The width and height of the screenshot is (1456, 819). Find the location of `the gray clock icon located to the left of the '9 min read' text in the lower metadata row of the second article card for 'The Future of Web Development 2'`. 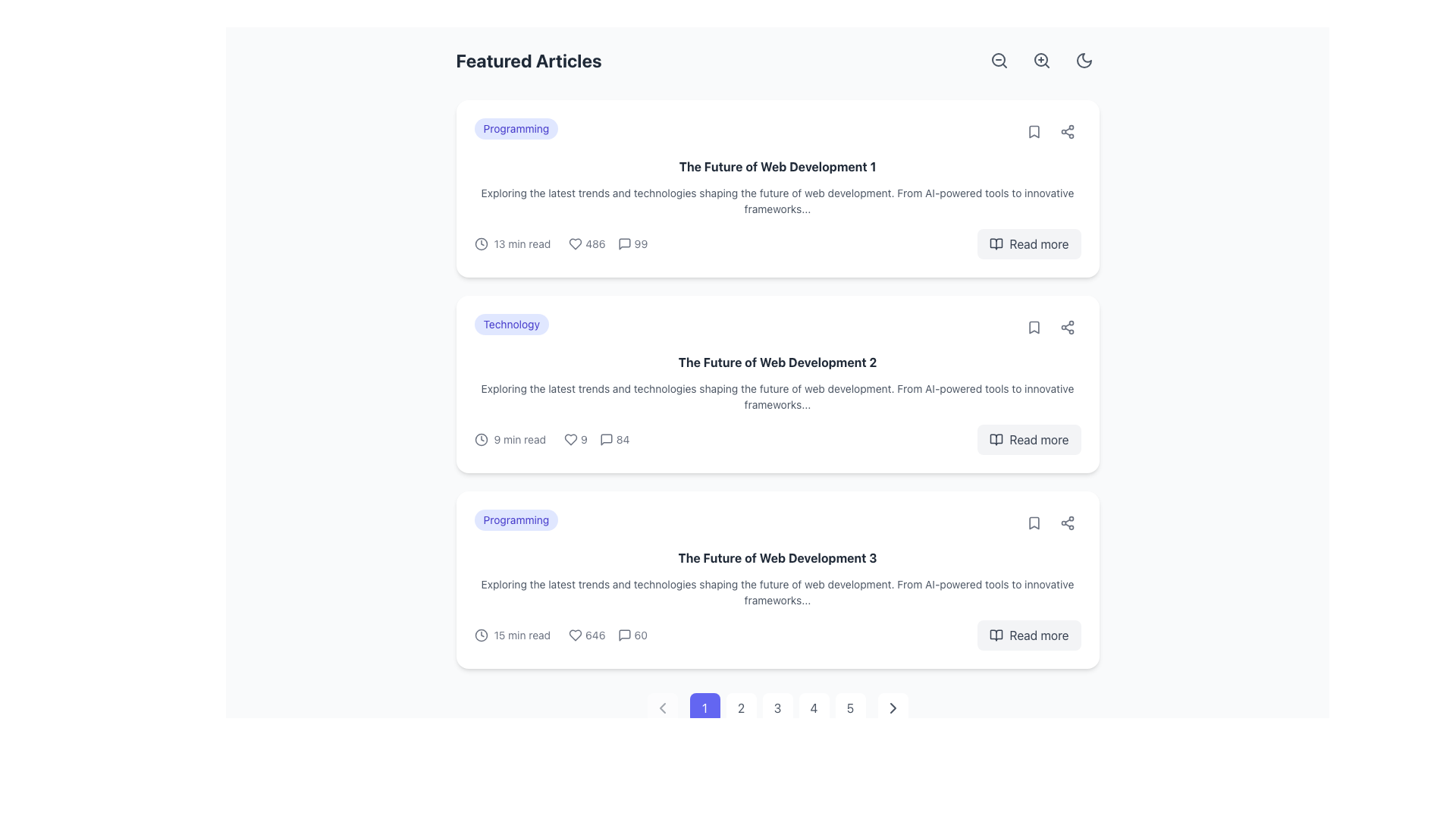

the gray clock icon located to the left of the '9 min read' text in the lower metadata row of the second article card for 'The Future of Web Development 2' is located at coordinates (480, 439).